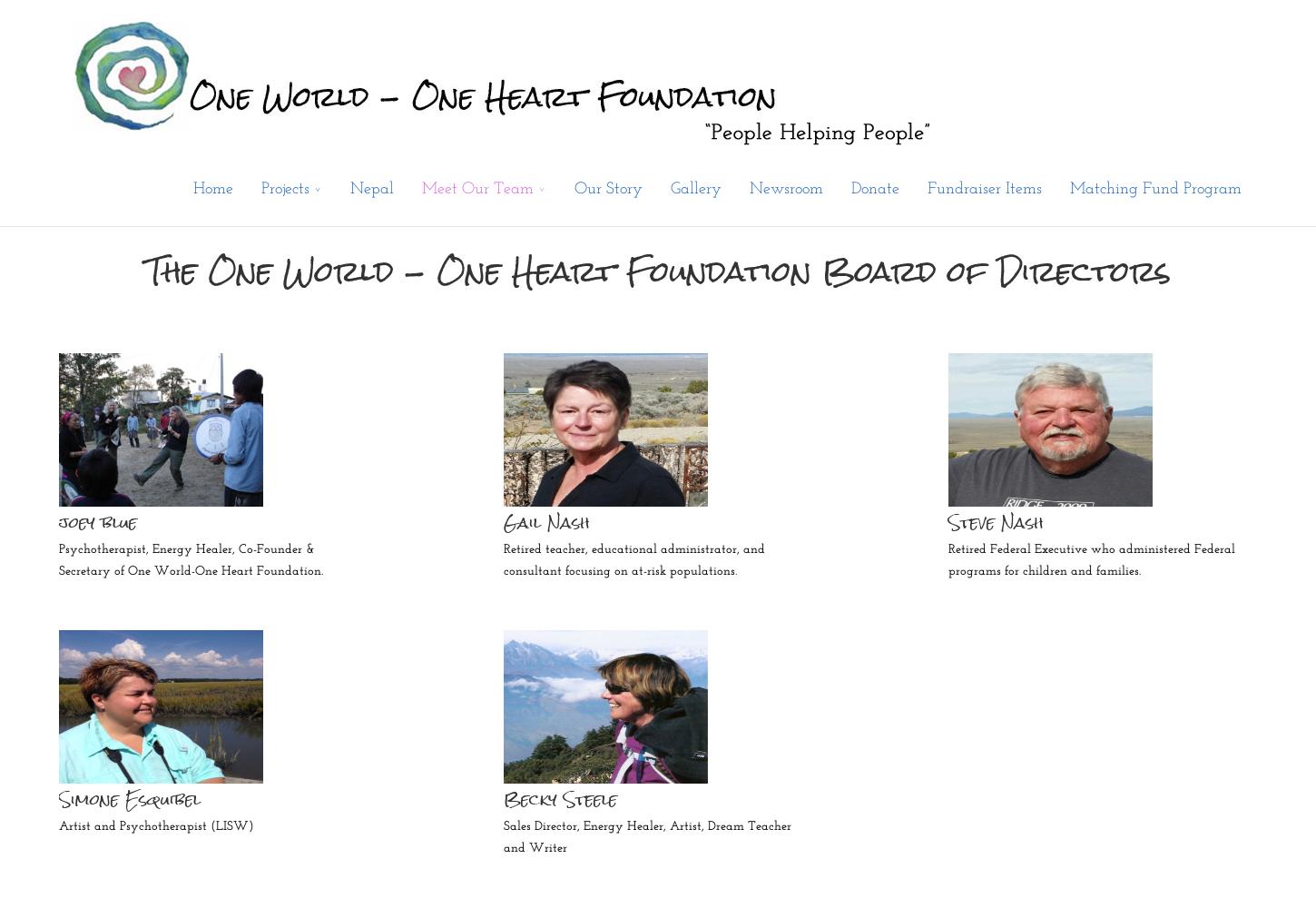 The image size is (1316, 908). What do you see at coordinates (1067, 188) in the screenshot?
I see `'Matching Fund Program'` at bounding box center [1067, 188].